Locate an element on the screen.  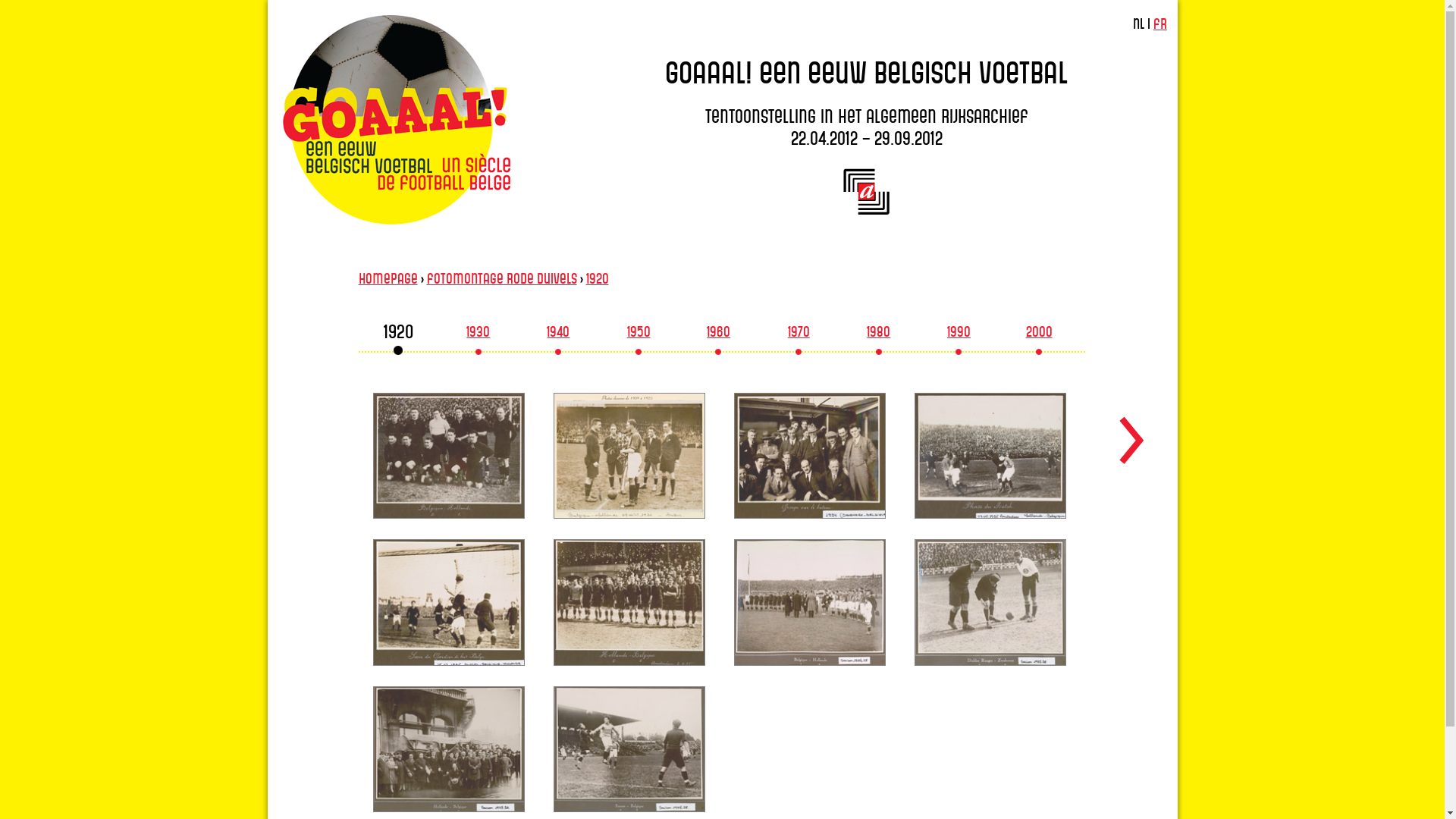
'1960' is located at coordinates (717, 334).